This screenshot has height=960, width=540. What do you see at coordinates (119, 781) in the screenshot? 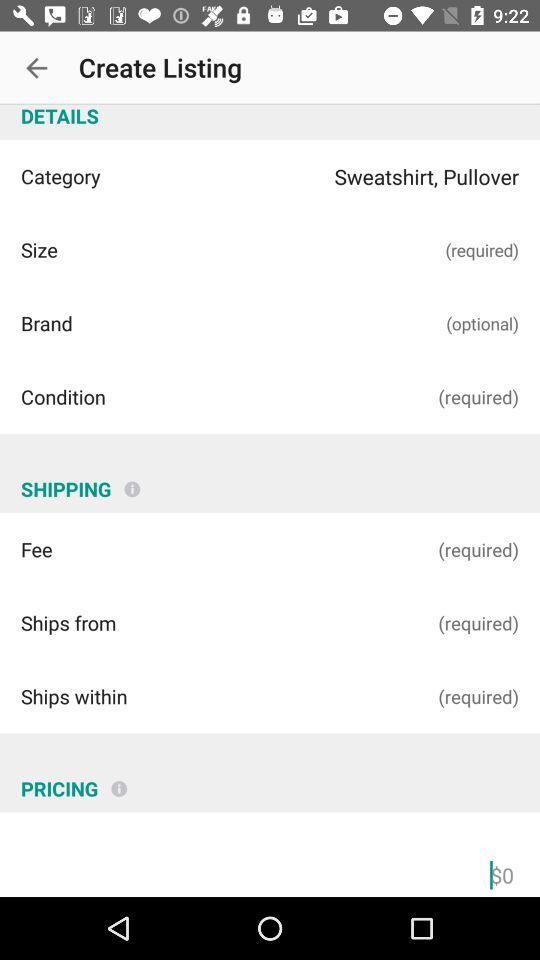
I see `the info icon` at bounding box center [119, 781].